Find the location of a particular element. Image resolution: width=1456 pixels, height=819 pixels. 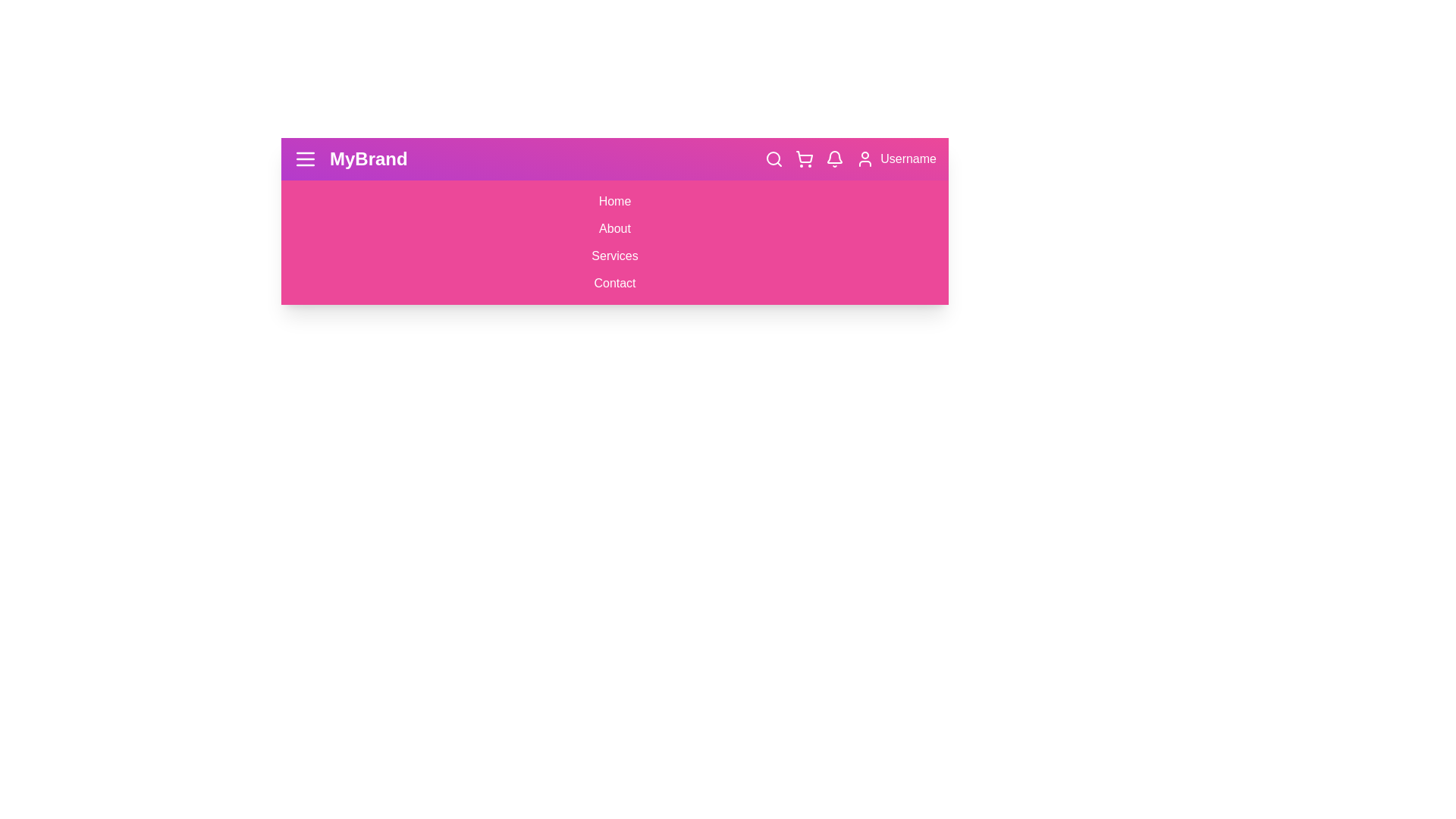

the Services link in the menu to navigate to the respective section is located at coordinates (615, 256).